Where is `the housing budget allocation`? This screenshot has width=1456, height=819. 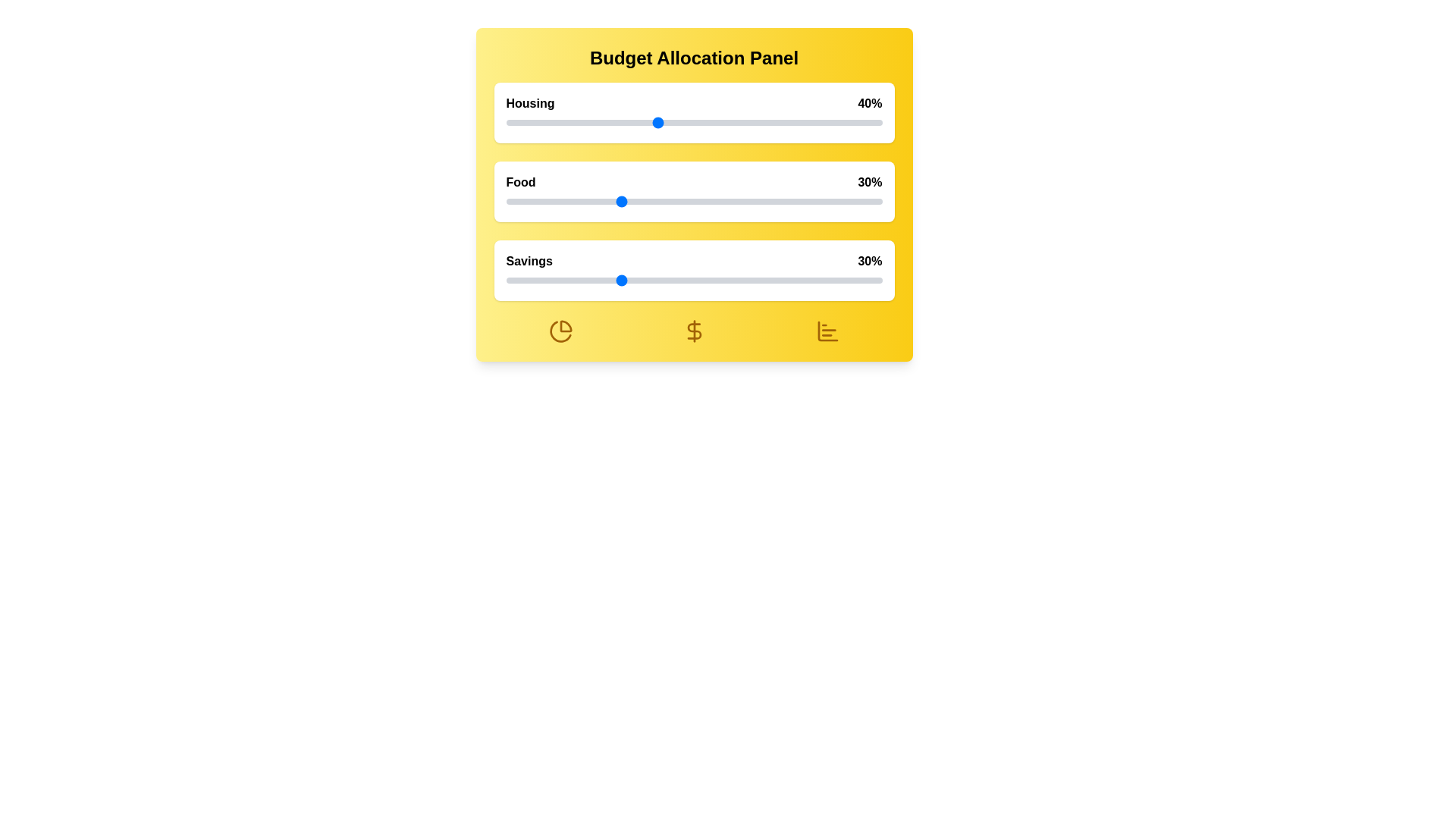
the housing budget allocation is located at coordinates (769, 122).